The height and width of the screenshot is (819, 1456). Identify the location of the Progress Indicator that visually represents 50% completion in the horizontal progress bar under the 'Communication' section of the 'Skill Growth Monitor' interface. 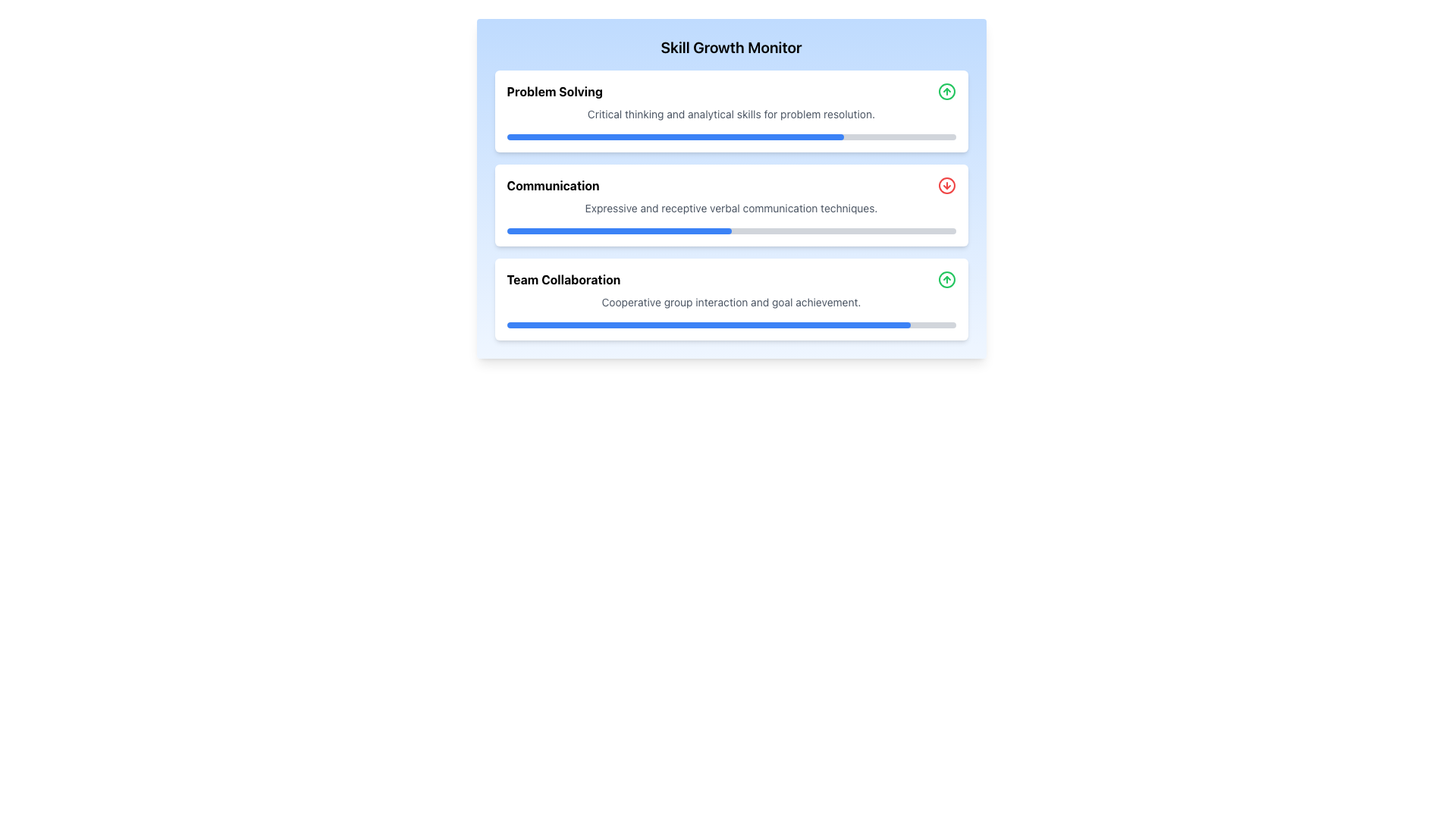
(619, 231).